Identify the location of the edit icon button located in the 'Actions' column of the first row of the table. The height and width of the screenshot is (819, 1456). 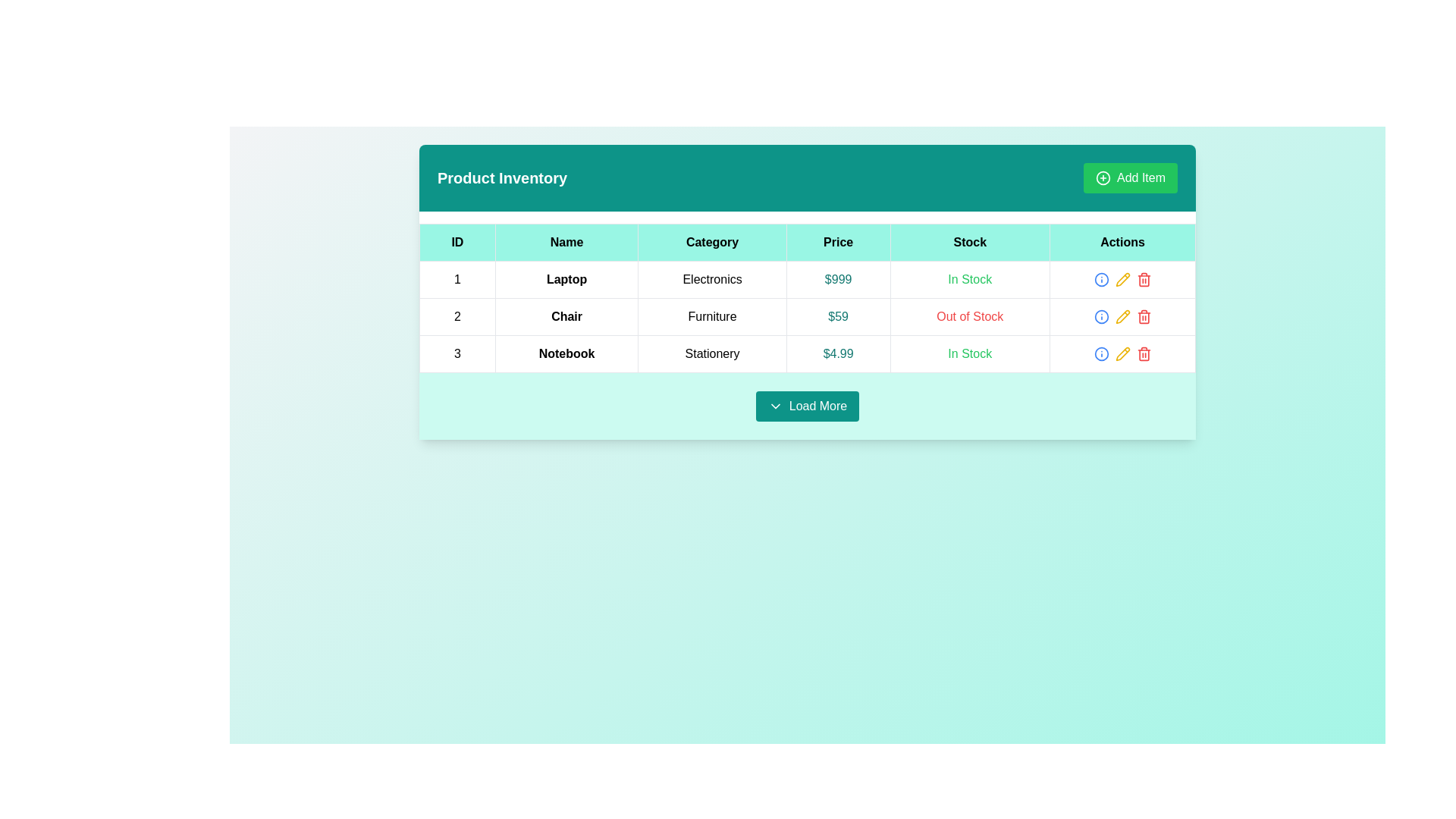
(1122, 280).